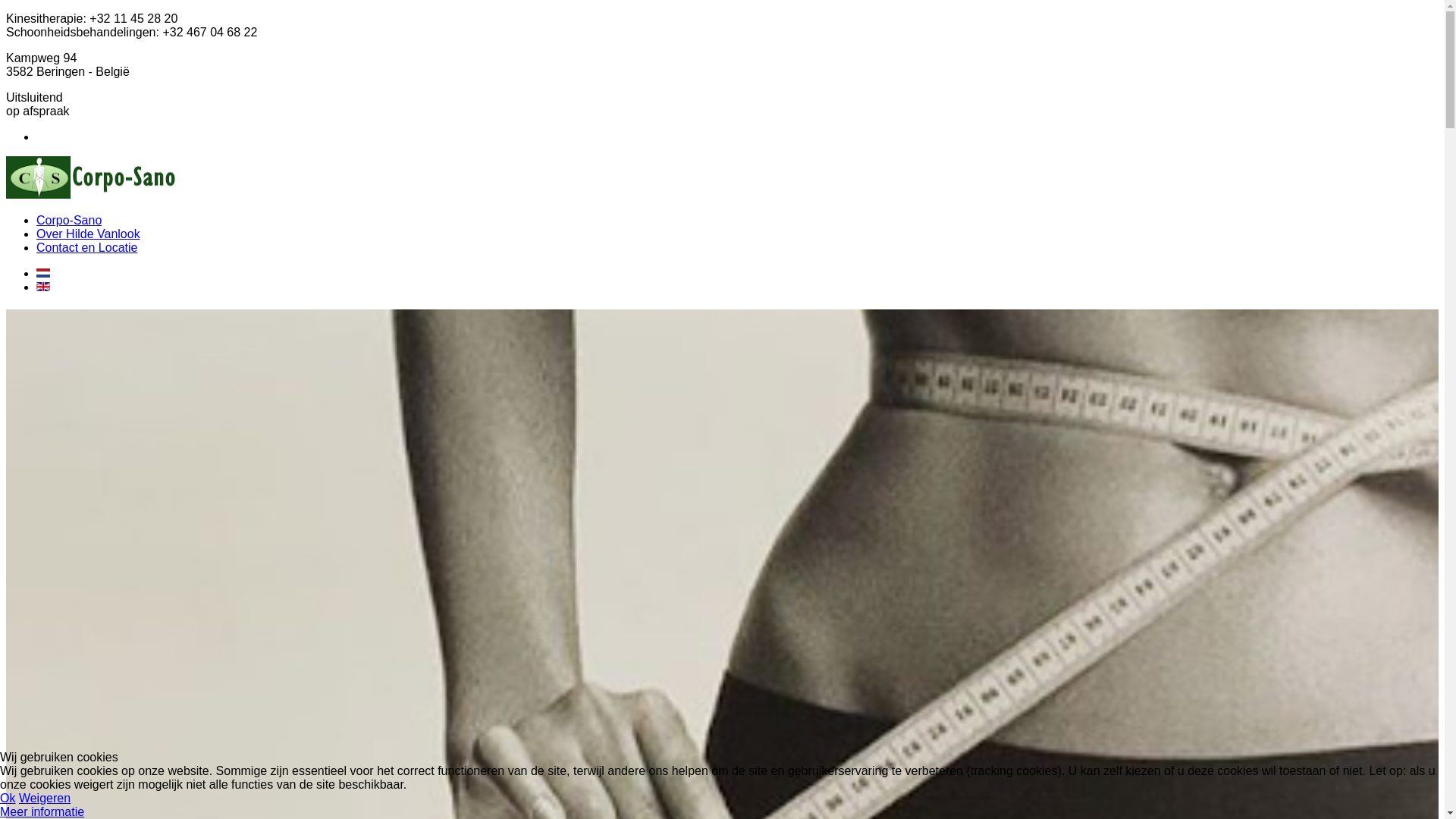 This screenshot has height=819, width=1456. I want to click on 'English (UK)', so click(36, 287).